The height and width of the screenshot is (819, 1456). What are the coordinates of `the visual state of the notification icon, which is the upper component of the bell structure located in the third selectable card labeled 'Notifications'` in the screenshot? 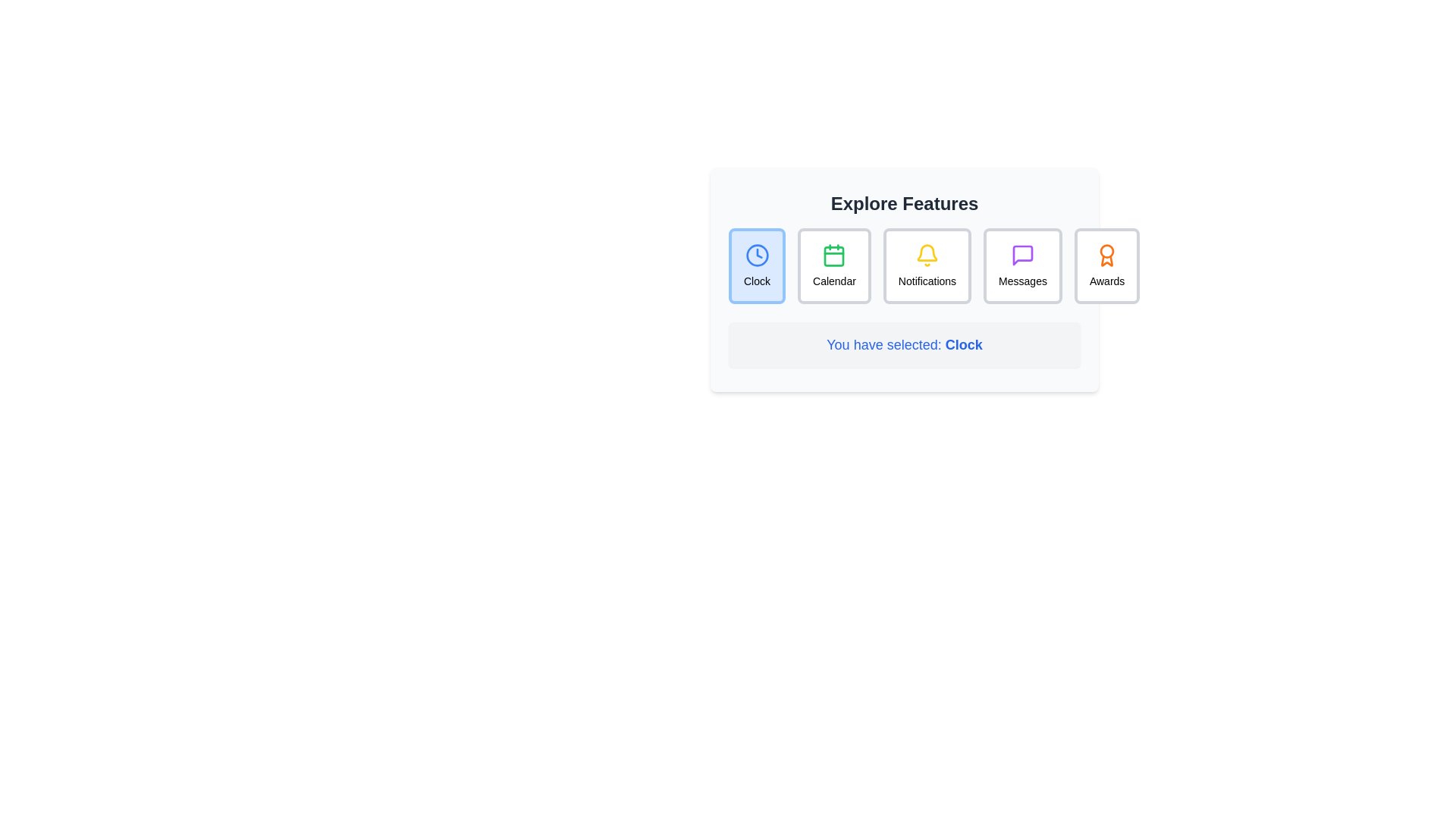 It's located at (927, 252).